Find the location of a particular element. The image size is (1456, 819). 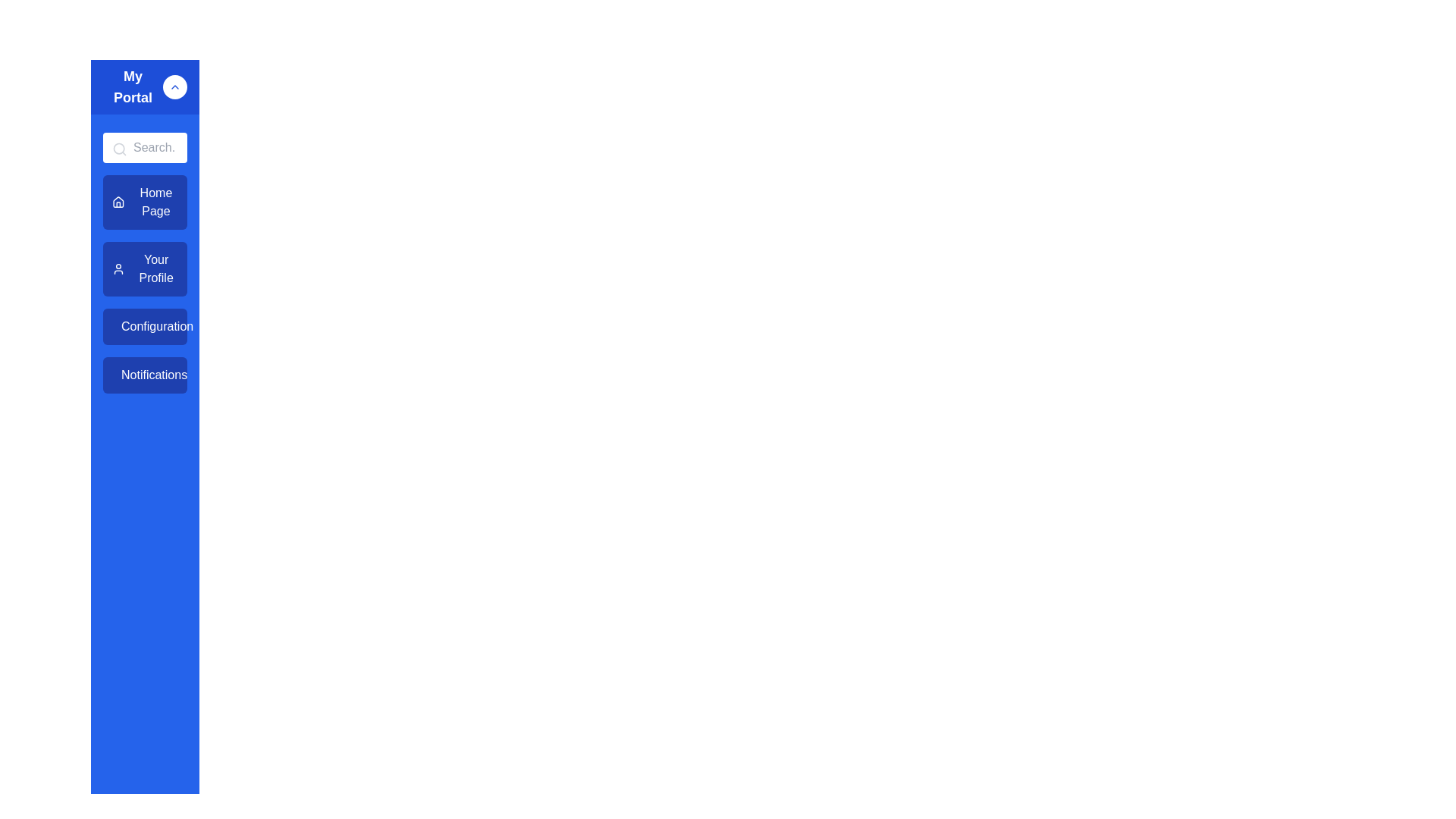

the small upward-pointing chevron icon with blue strokes on a white background, located within a circular button near the top-right corner of the sidebar is located at coordinates (175, 87).